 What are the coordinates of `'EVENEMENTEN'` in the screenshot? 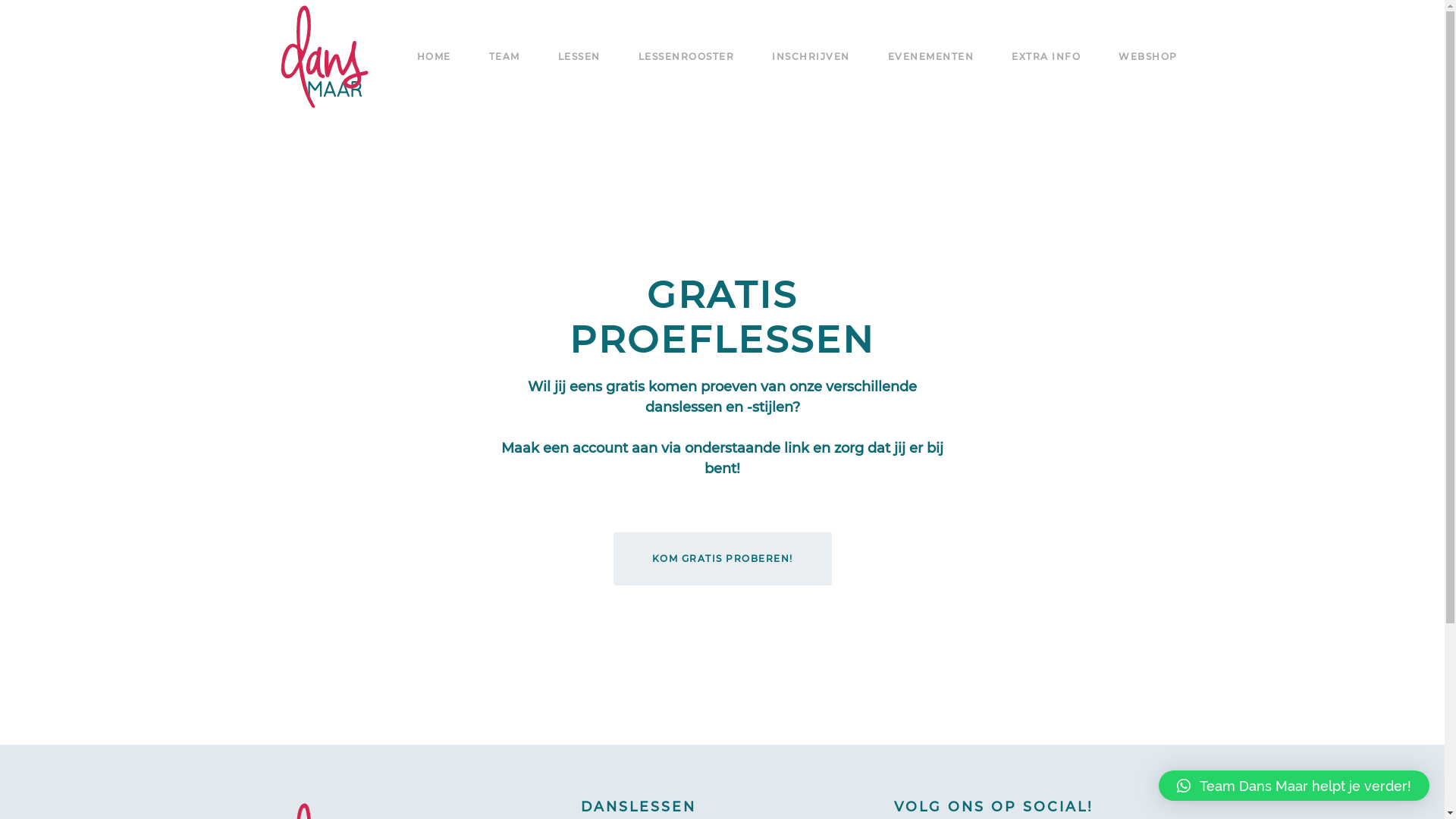 It's located at (930, 55).